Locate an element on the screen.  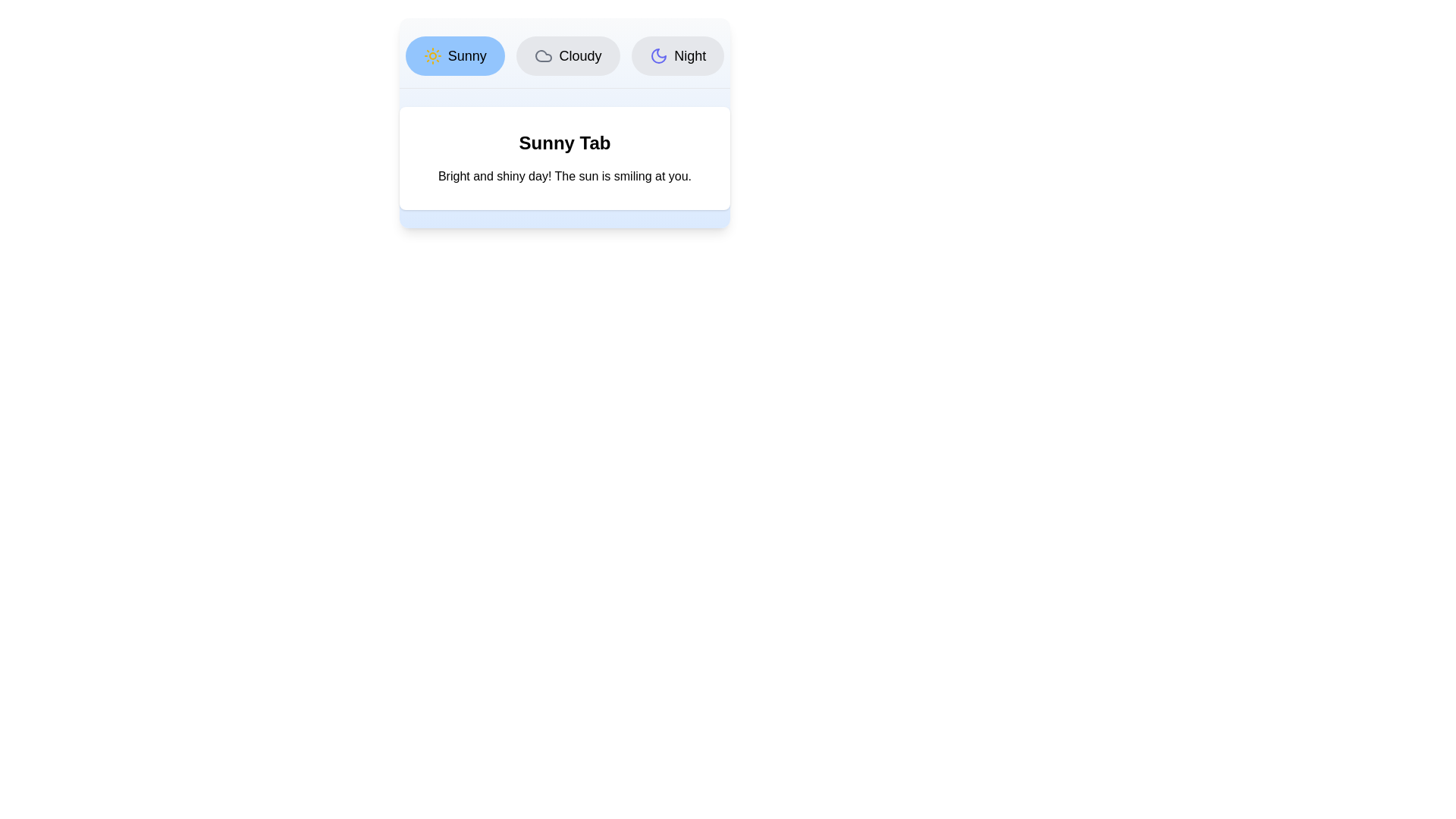
the icon of the Night tab to visually inspect it is located at coordinates (659, 55).